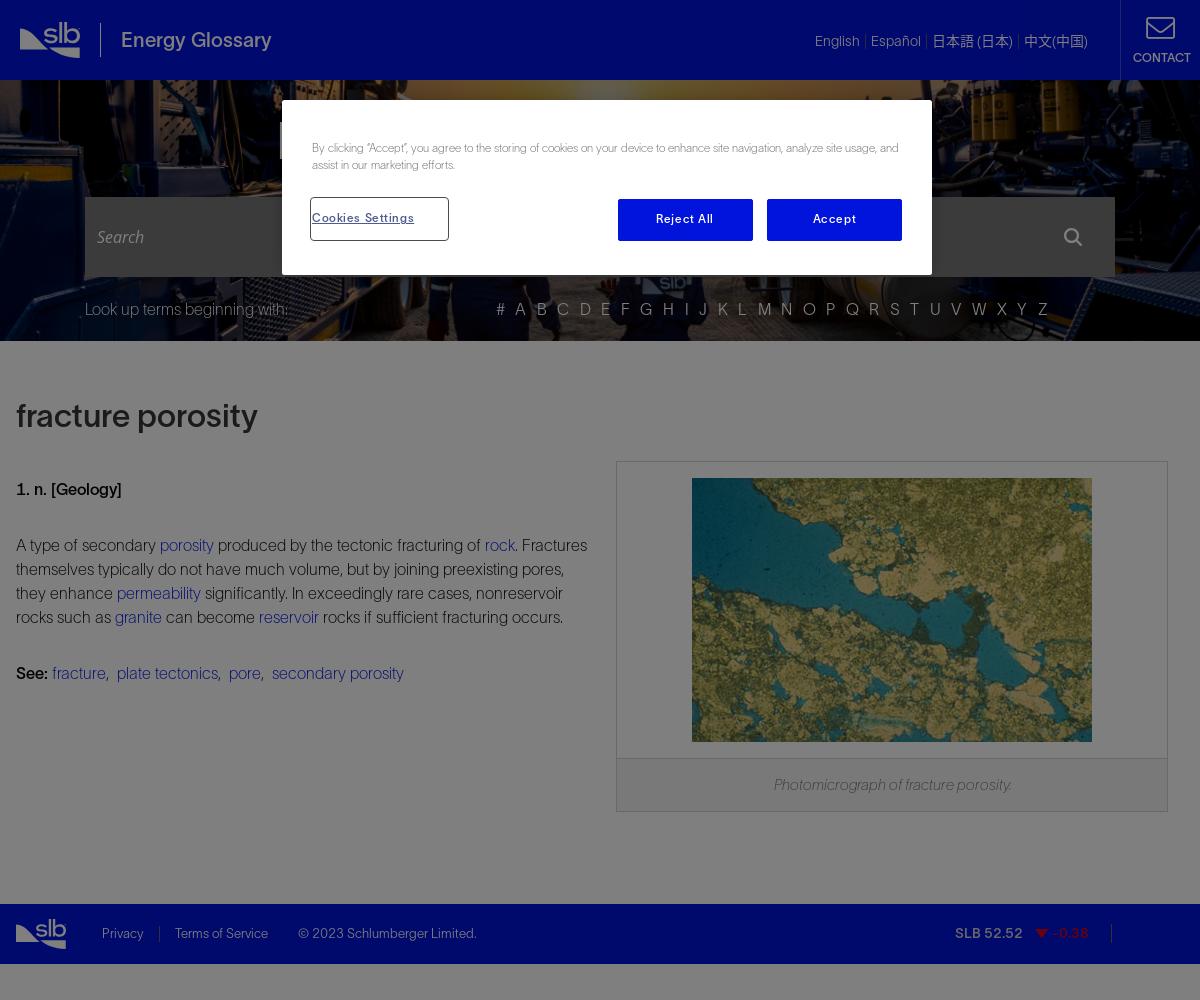 This screenshot has width=1200, height=1000. I want to click on 'Contact', so click(1132, 57).